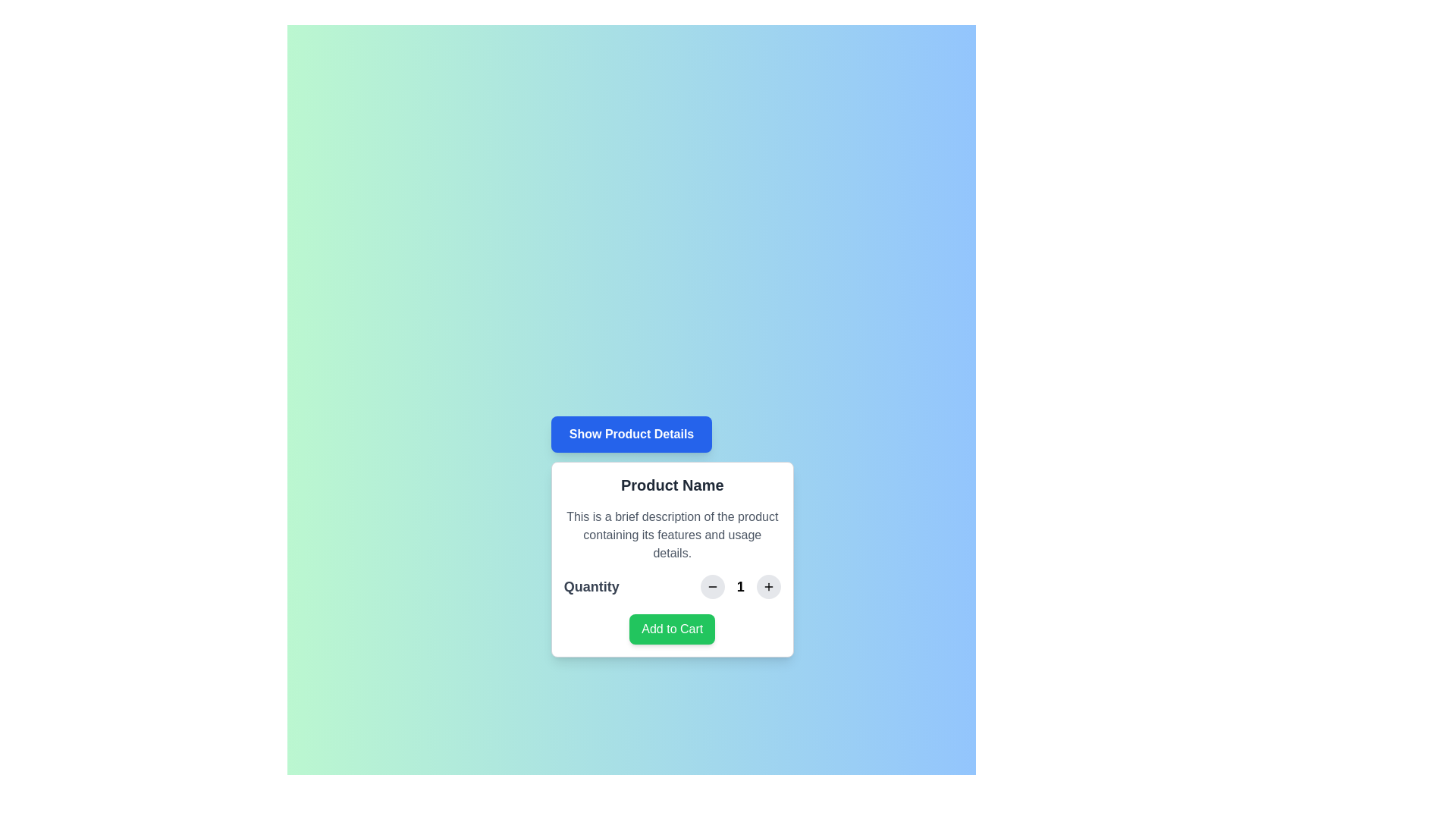 Image resolution: width=1456 pixels, height=819 pixels. I want to click on the circular decrement button with a light gray background and dark minus icon to decrease the value, so click(711, 586).